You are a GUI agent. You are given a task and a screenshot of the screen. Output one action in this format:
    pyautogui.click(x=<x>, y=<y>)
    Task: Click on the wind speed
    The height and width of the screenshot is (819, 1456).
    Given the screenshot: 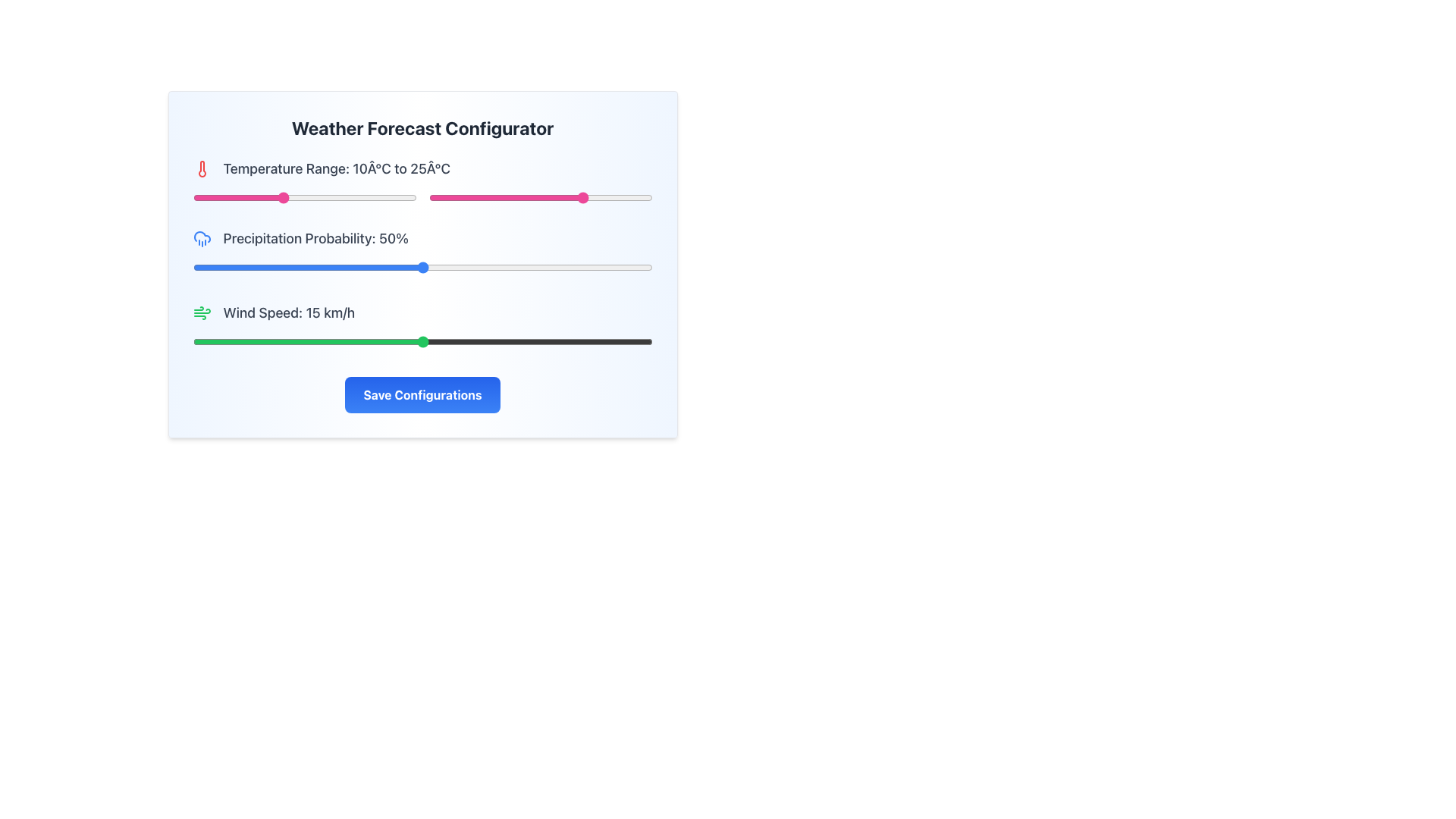 What is the action you would take?
    pyautogui.click(x=437, y=342)
    